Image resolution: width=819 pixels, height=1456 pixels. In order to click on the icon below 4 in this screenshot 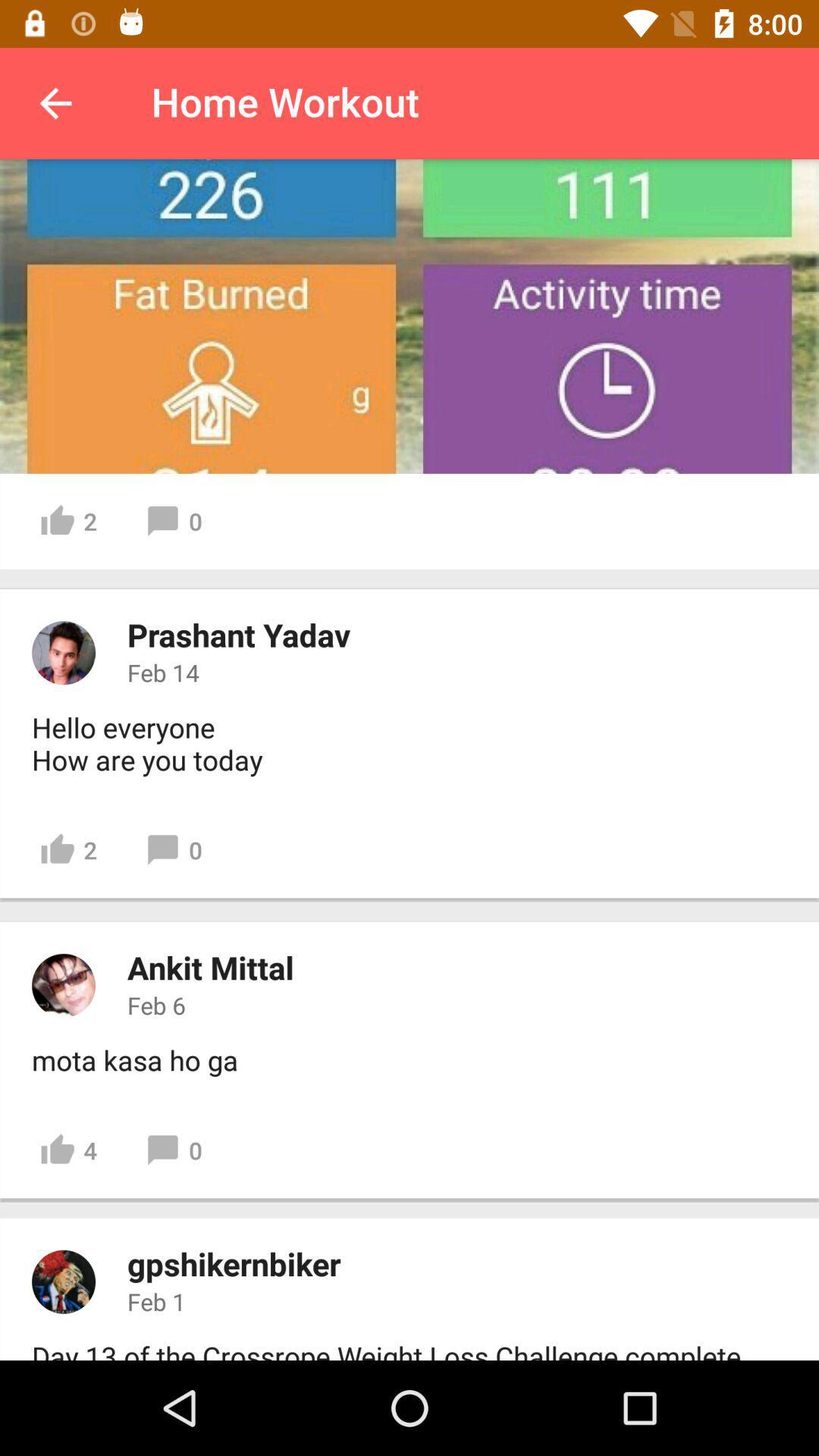, I will do `click(234, 1263)`.